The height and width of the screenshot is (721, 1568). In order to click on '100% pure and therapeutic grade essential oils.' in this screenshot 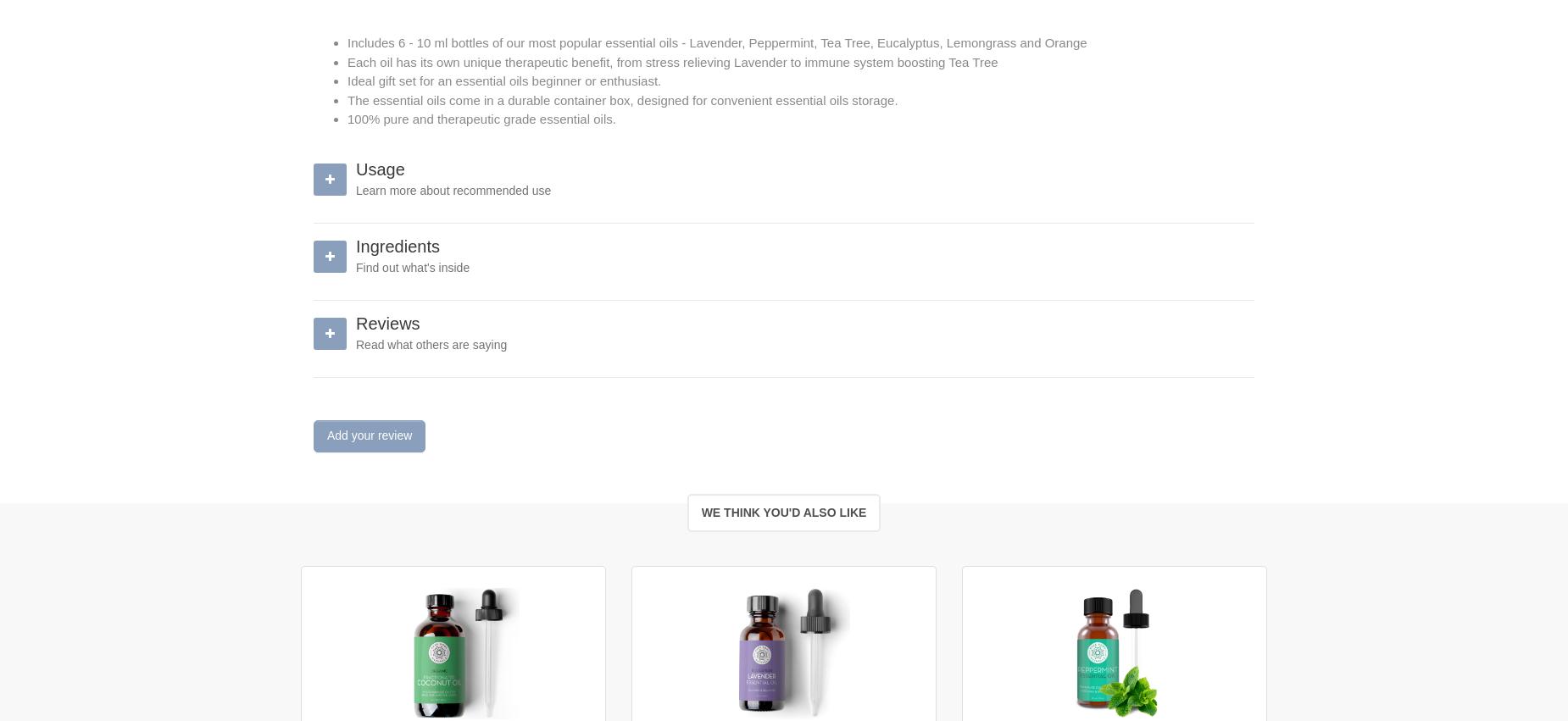, I will do `click(481, 119)`.